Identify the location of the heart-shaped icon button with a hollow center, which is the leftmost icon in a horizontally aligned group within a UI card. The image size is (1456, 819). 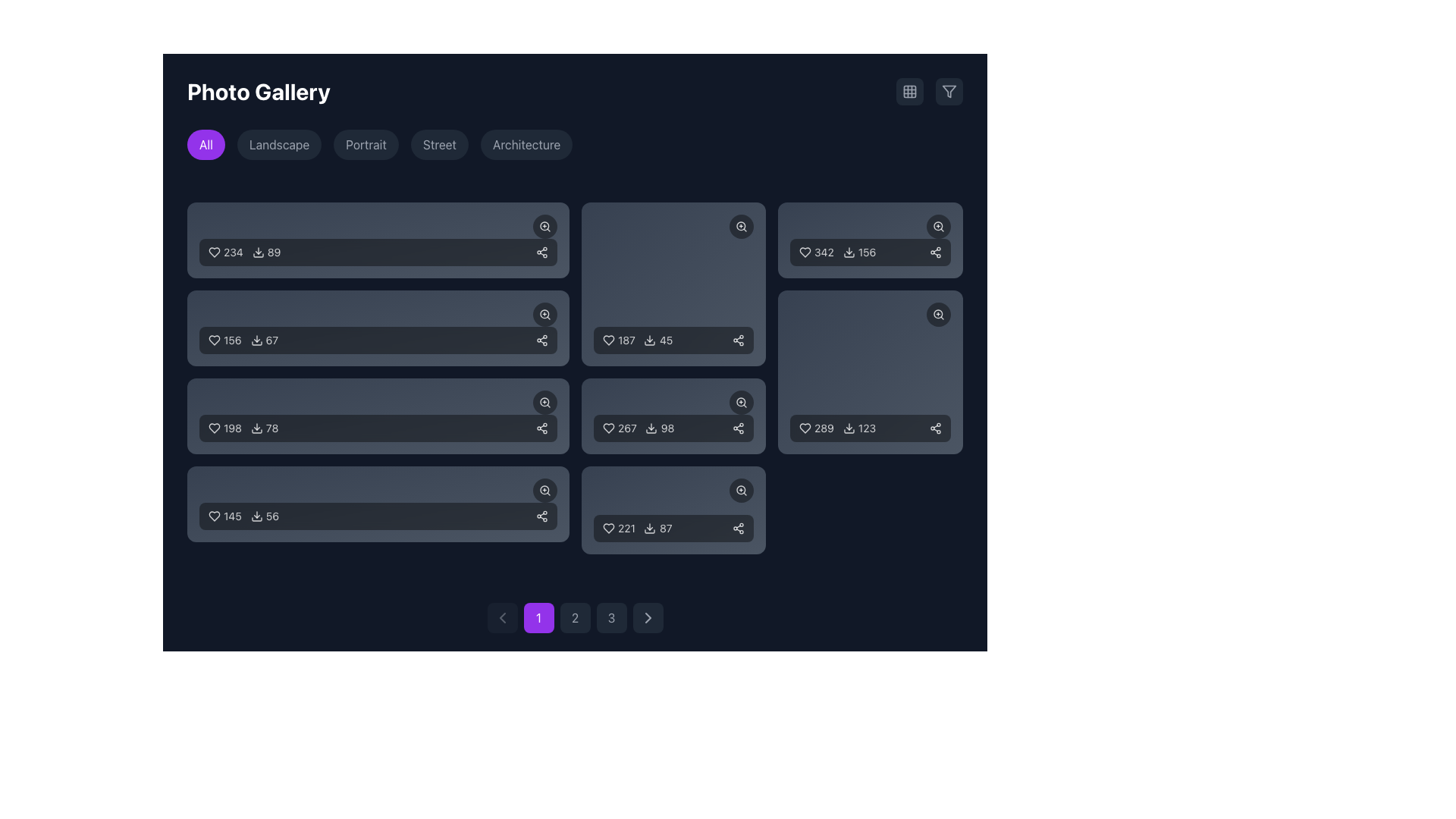
(214, 428).